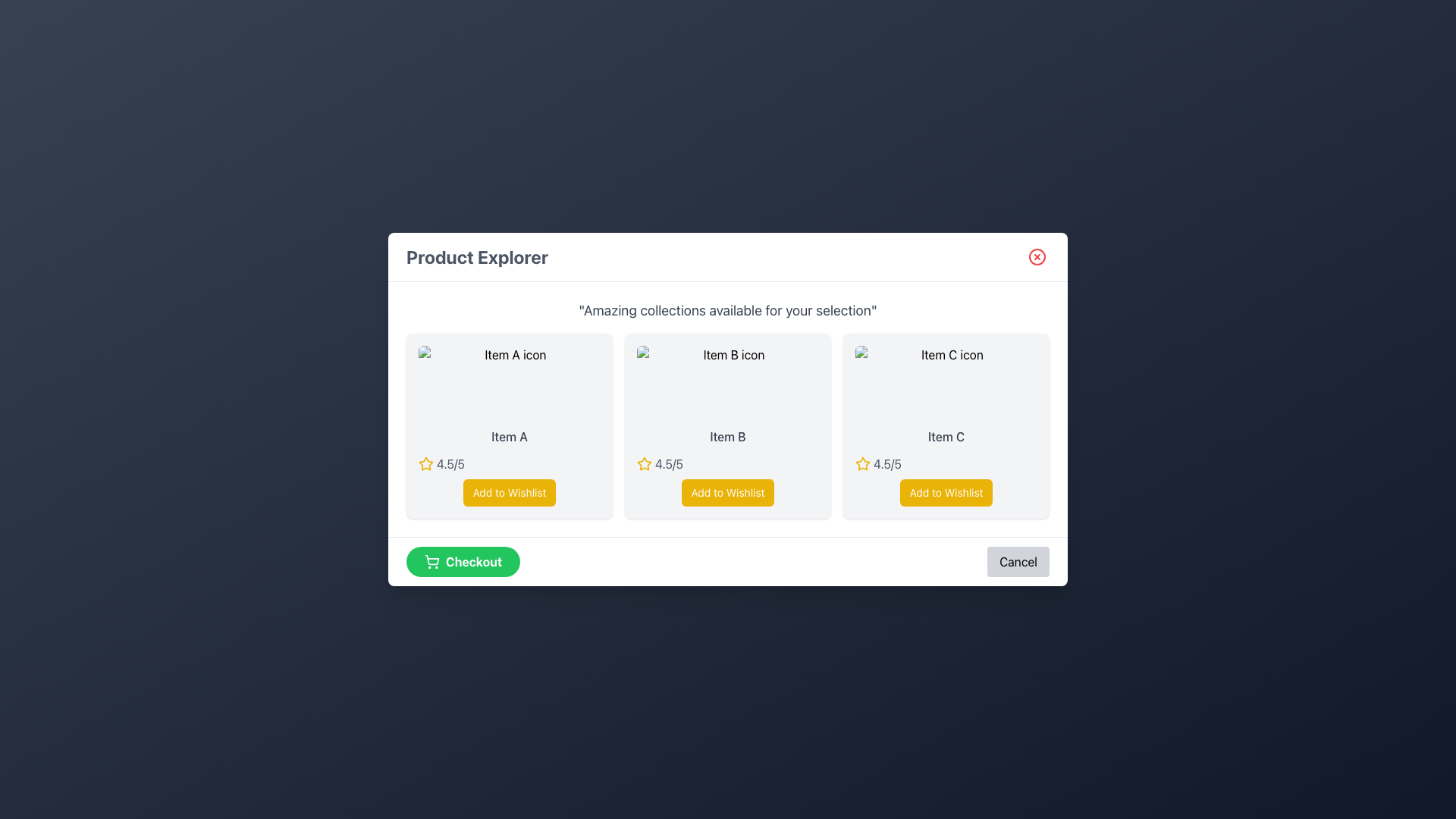 This screenshot has width=1456, height=819. Describe the element at coordinates (462, 561) in the screenshot. I see `the green 'Checkout' button with rounded edges, featuring a white shopping cart icon and bold white text, to proceed with the checkout process` at that location.